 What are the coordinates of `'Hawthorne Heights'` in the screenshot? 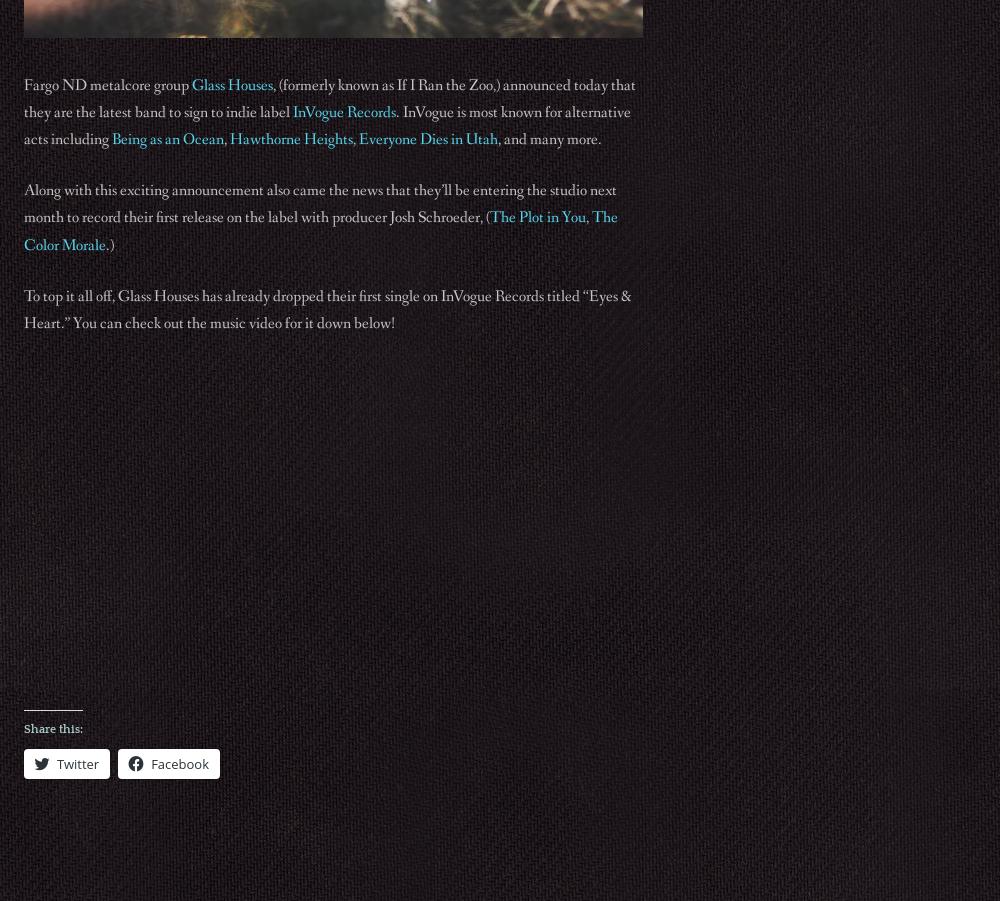 It's located at (291, 138).